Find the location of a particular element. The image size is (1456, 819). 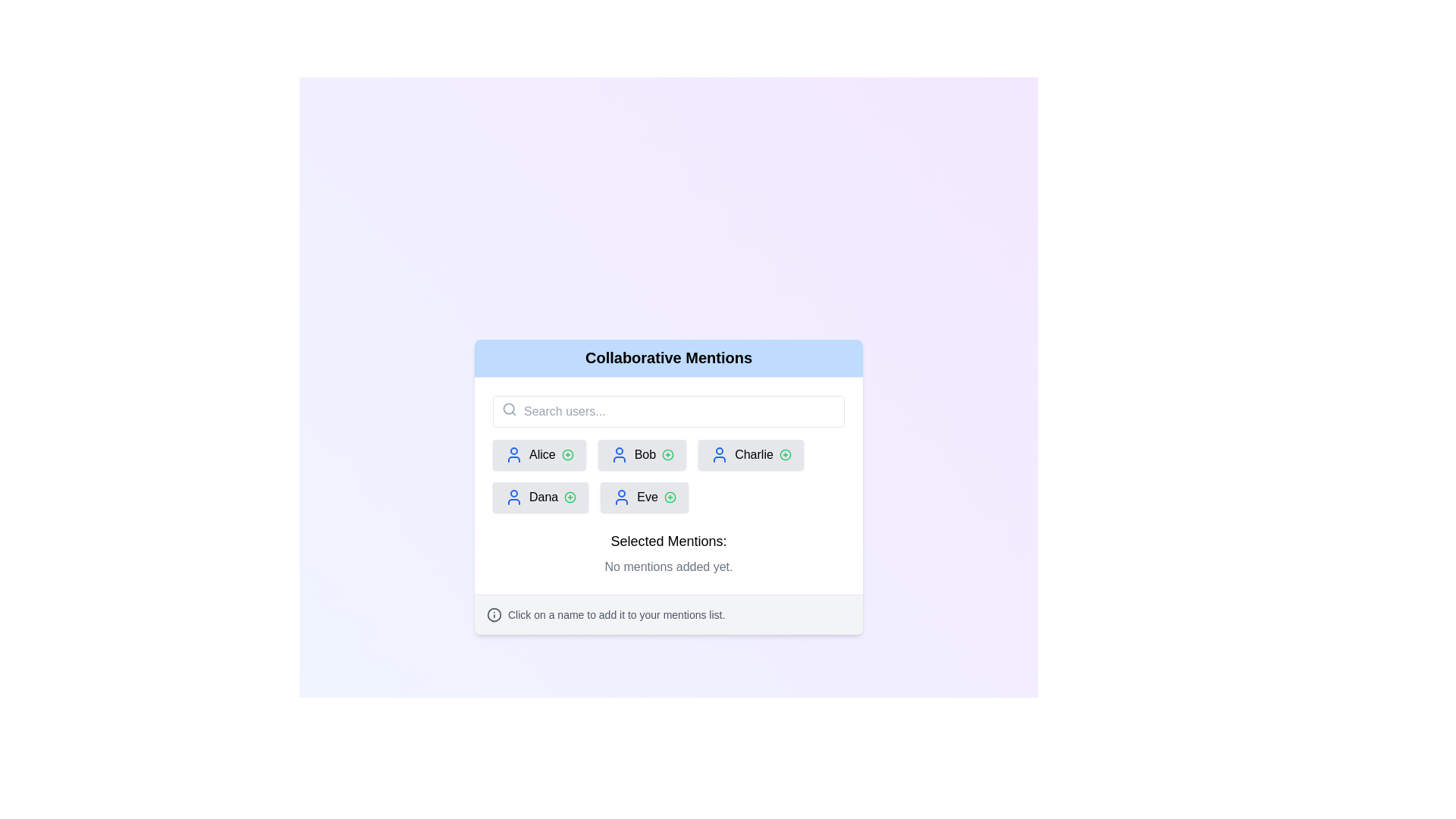

the user card for 'Dana' is located at coordinates (541, 497).